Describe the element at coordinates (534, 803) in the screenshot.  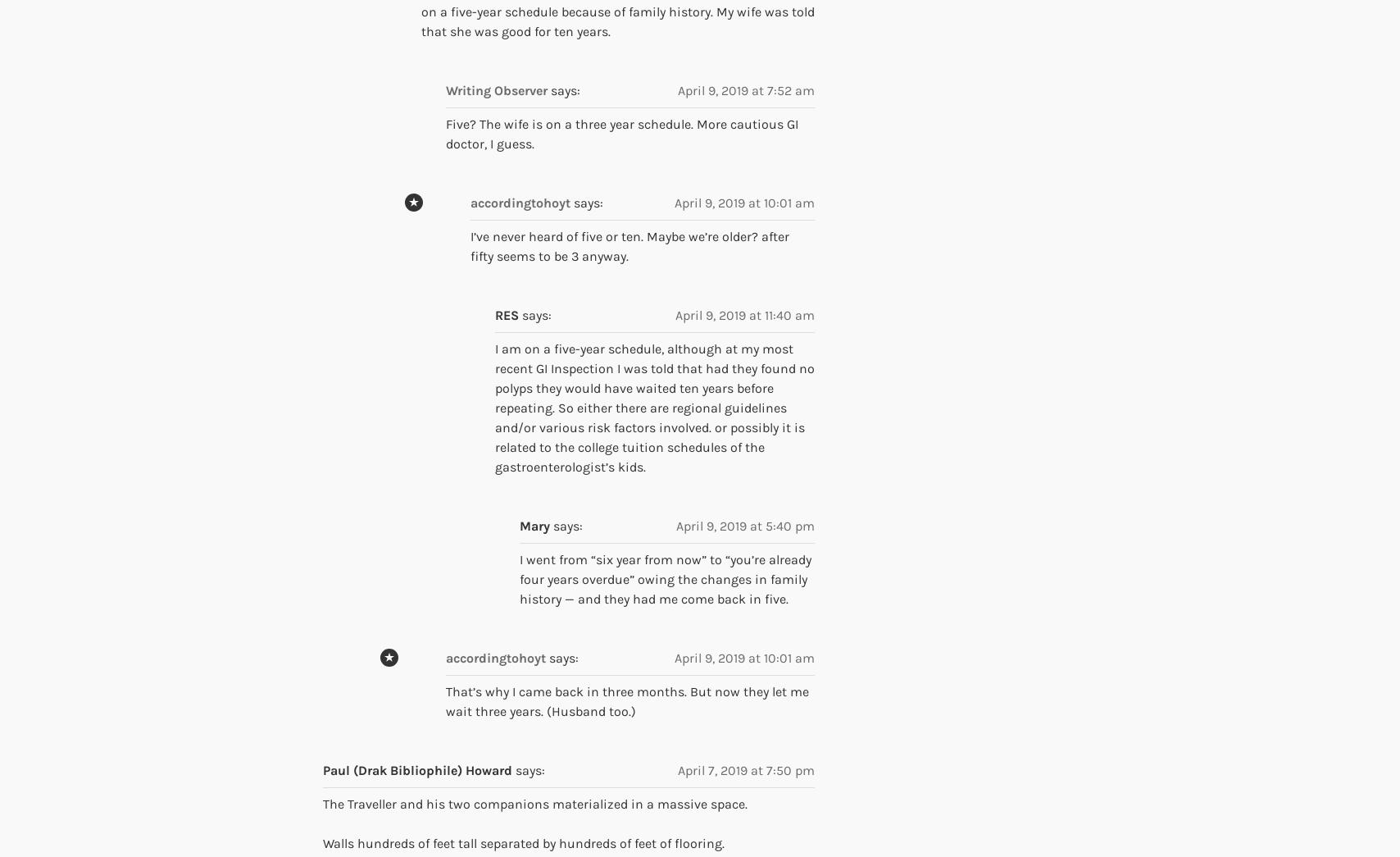
I see `'The Traveller and his two companions materialized in a massive space.'` at that location.